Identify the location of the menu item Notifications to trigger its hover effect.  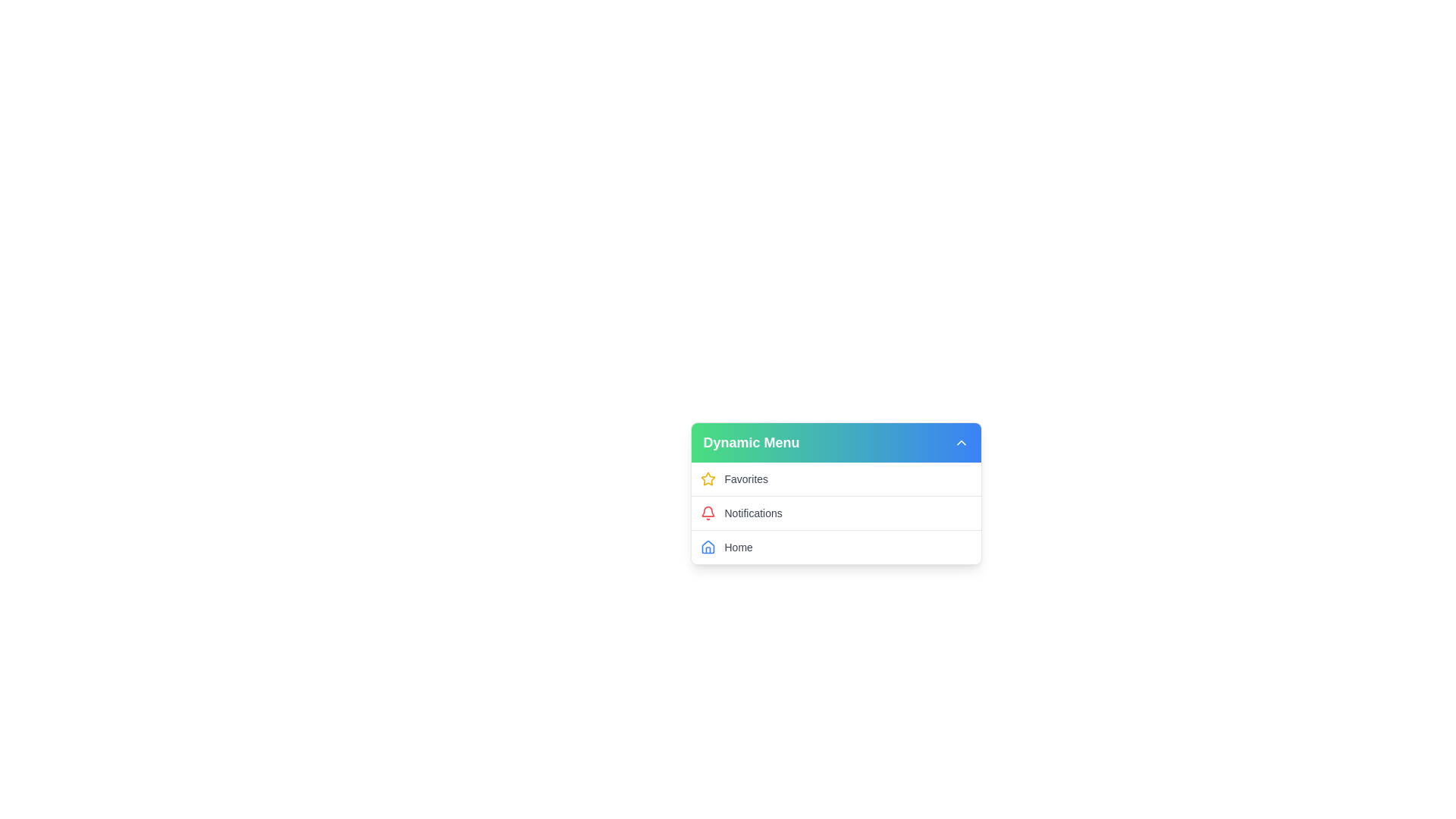
(835, 512).